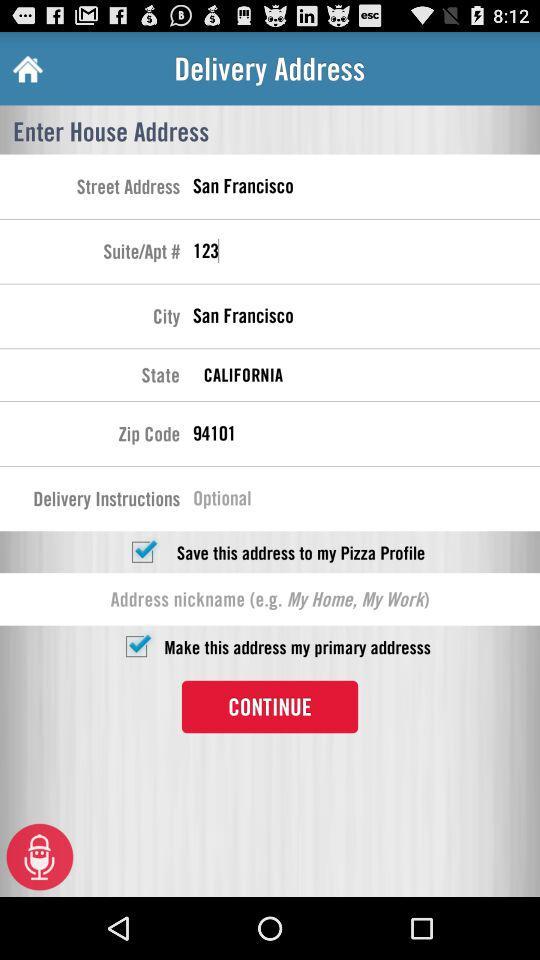 The width and height of the screenshot is (540, 960). Describe the element at coordinates (40, 917) in the screenshot. I see `the microphone icon` at that location.